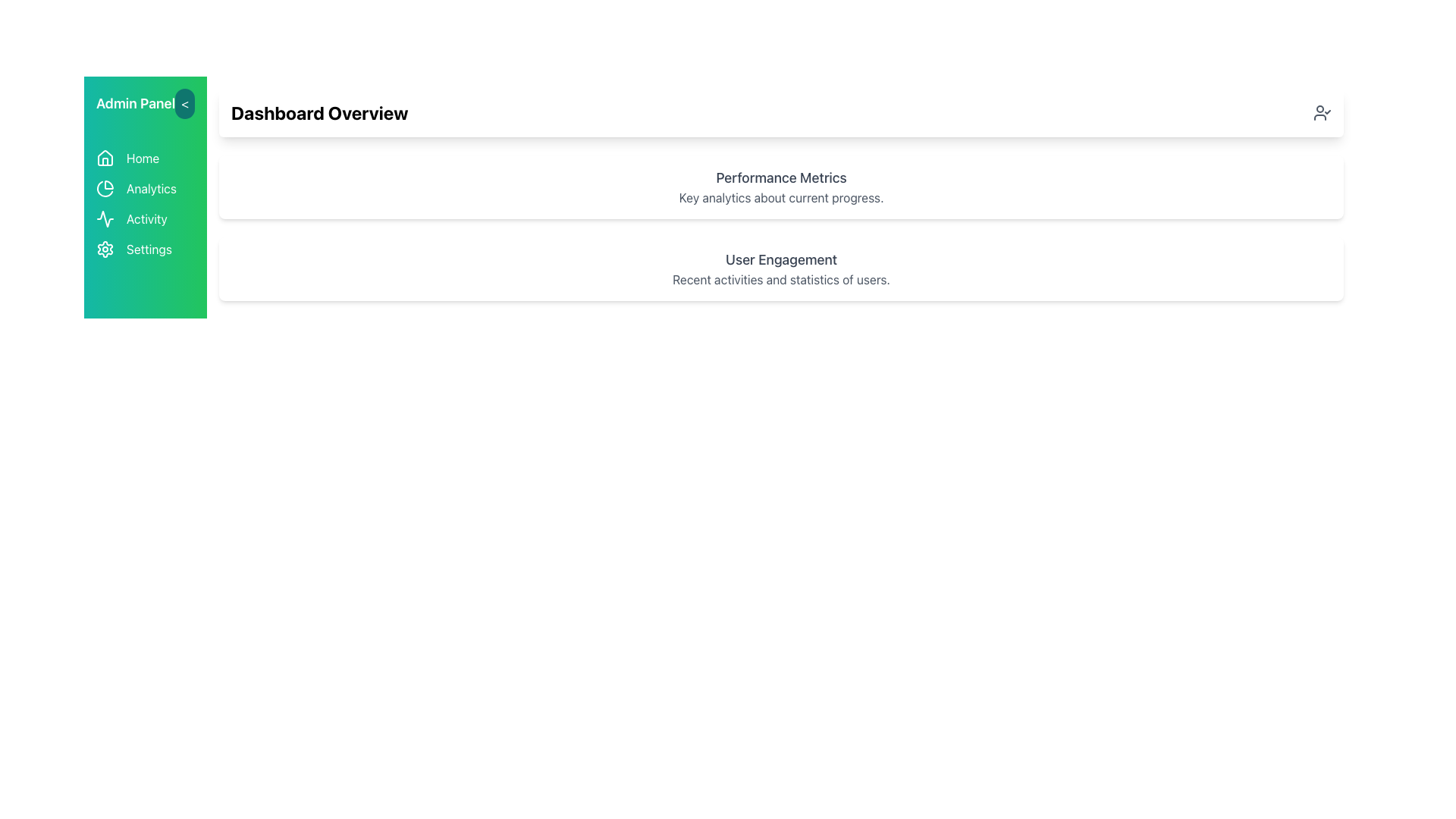 The height and width of the screenshot is (819, 1456). I want to click on the 'Admin Panel' label located in the upper-left corner of the side navigation bar, so click(136, 103).